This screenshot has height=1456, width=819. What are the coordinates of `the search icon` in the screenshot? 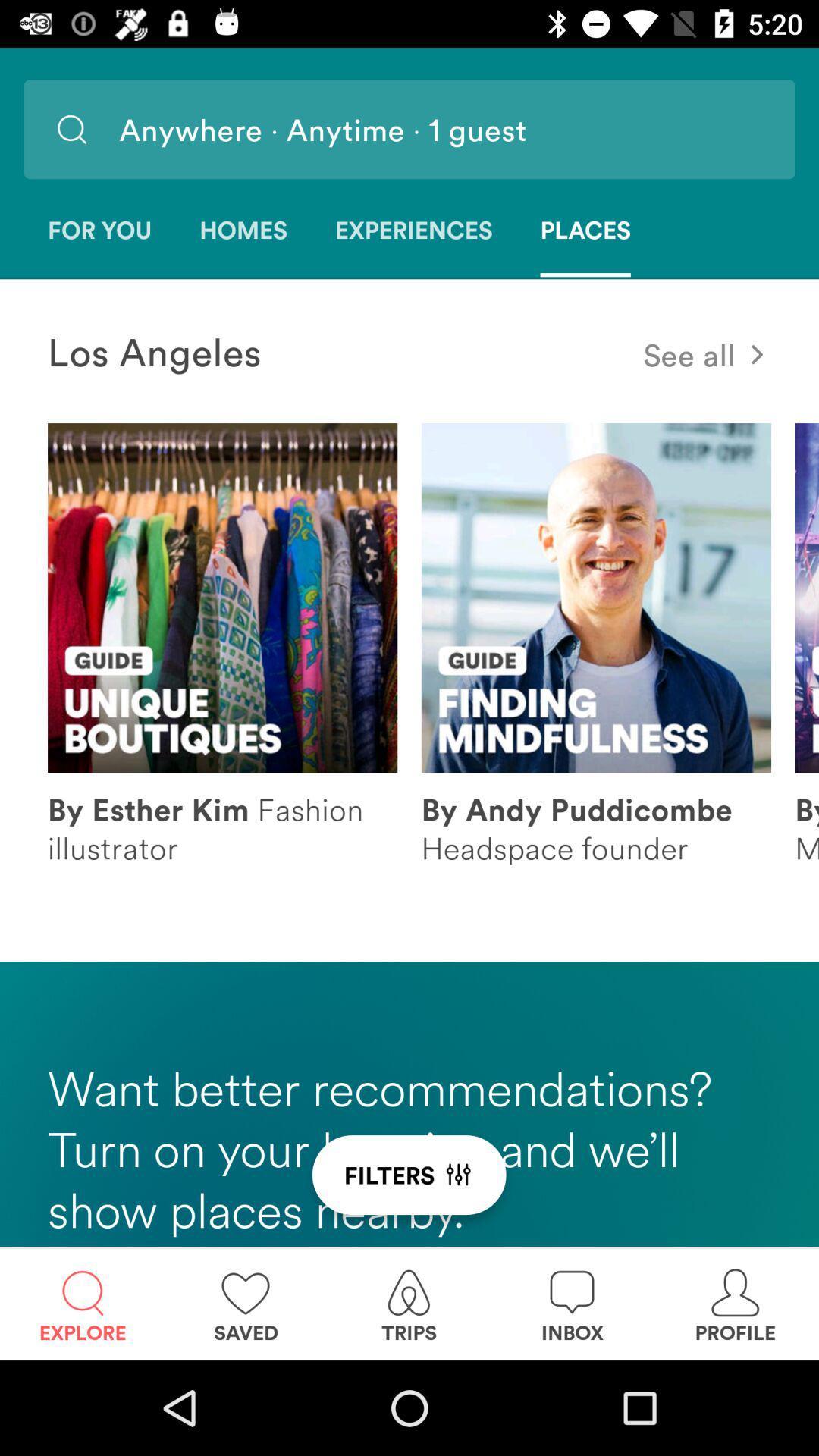 It's located at (71, 129).